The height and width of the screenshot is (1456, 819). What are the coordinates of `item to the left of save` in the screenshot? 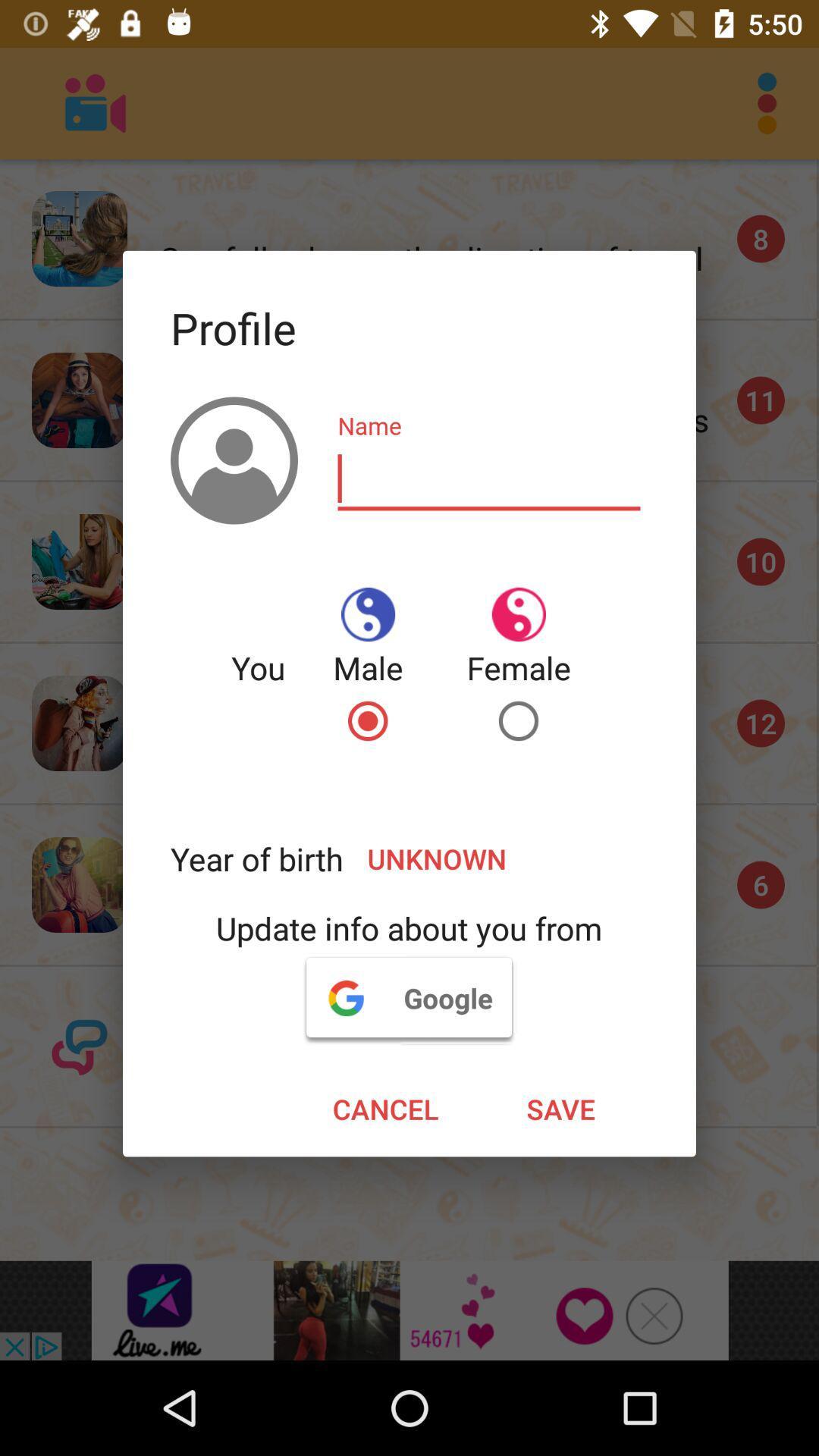 It's located at (384, 1109).